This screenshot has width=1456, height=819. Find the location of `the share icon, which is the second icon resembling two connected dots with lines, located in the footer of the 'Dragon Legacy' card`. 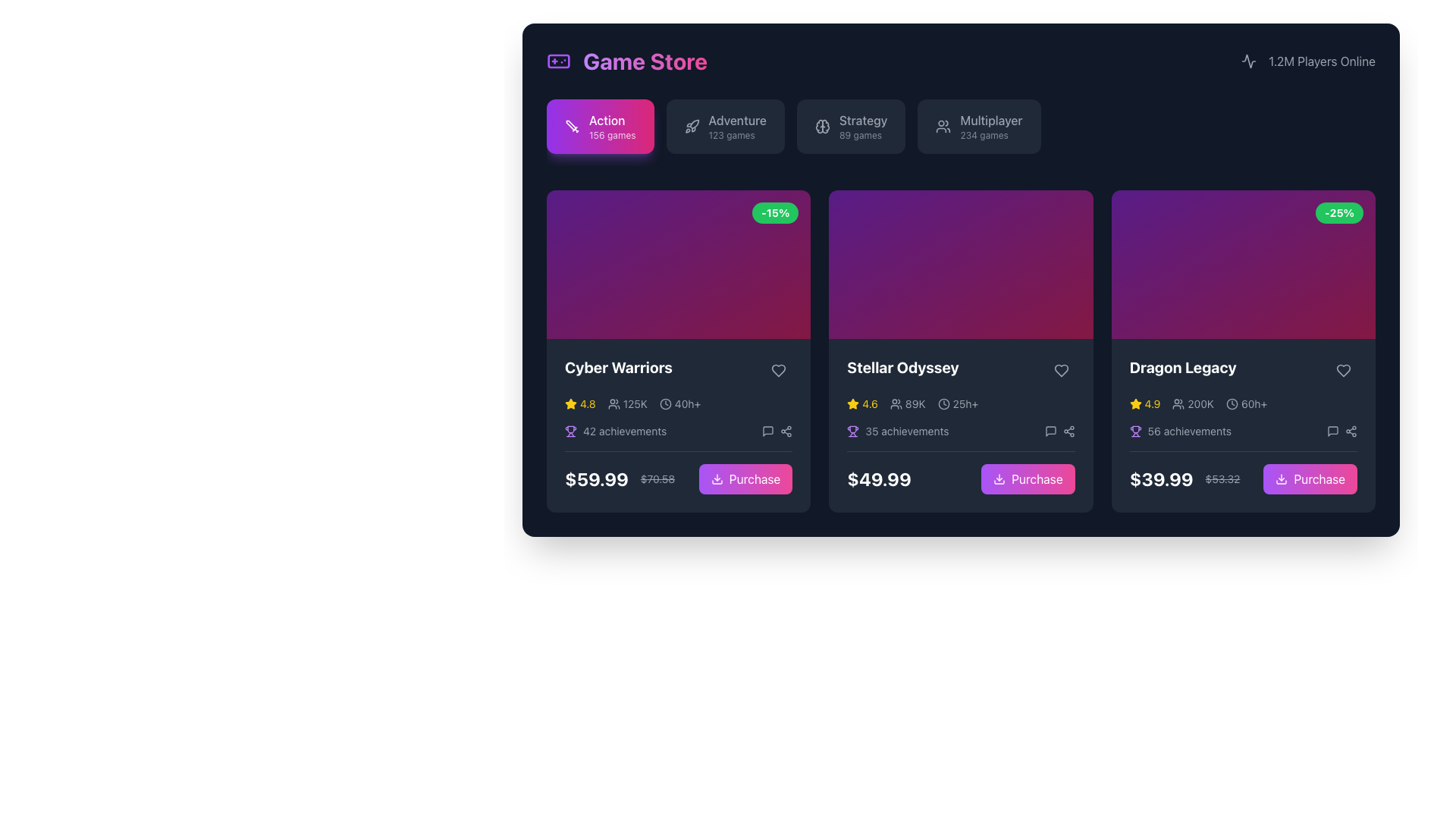

the share icon, which is the second icon resembling two connected dots with lines, located in the footer of the 'Dragon Legacy' card is located at coordinates (1342, 430).